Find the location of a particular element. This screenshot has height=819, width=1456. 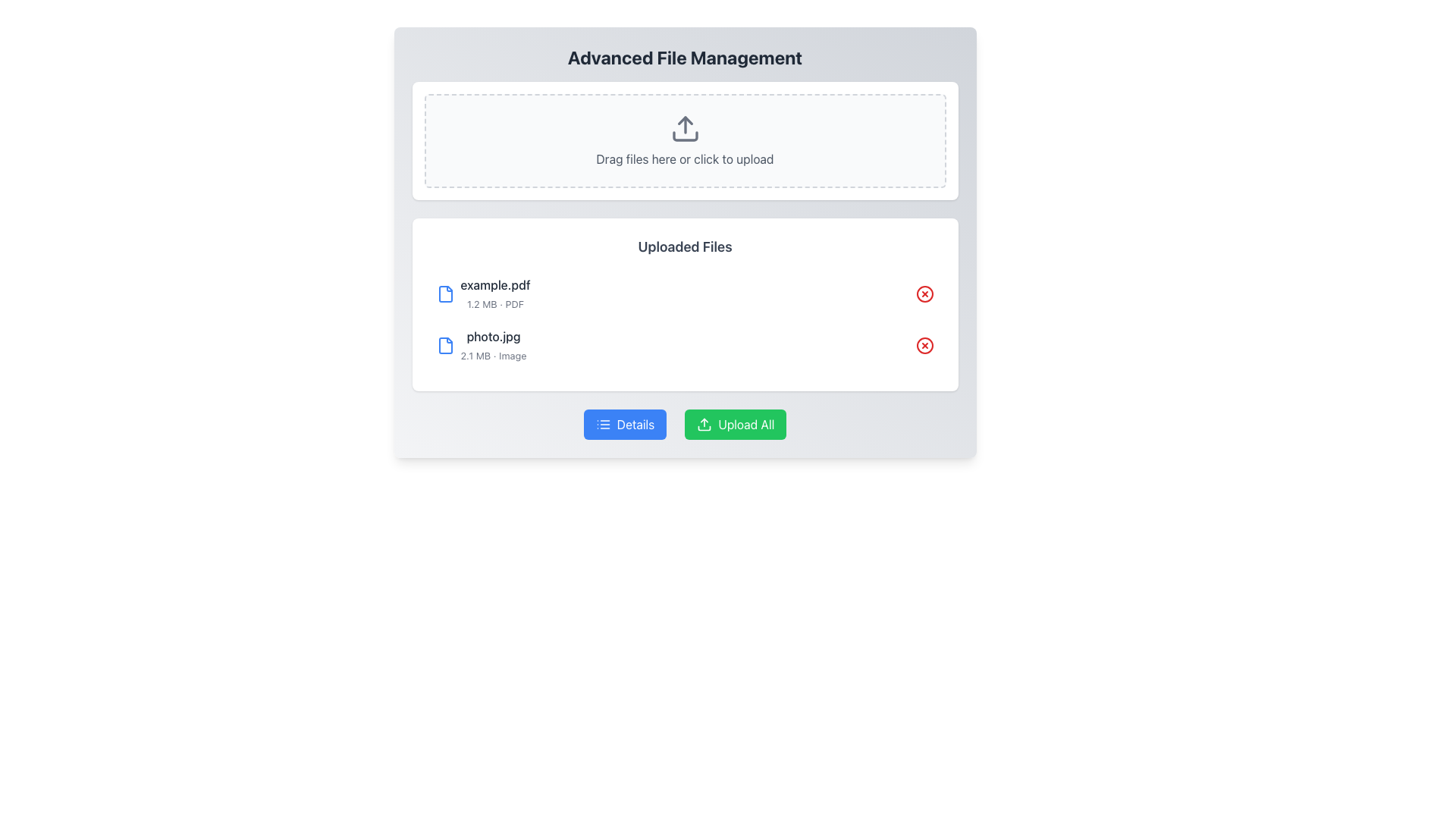

the first file display item is located at coordinates (482, 294).